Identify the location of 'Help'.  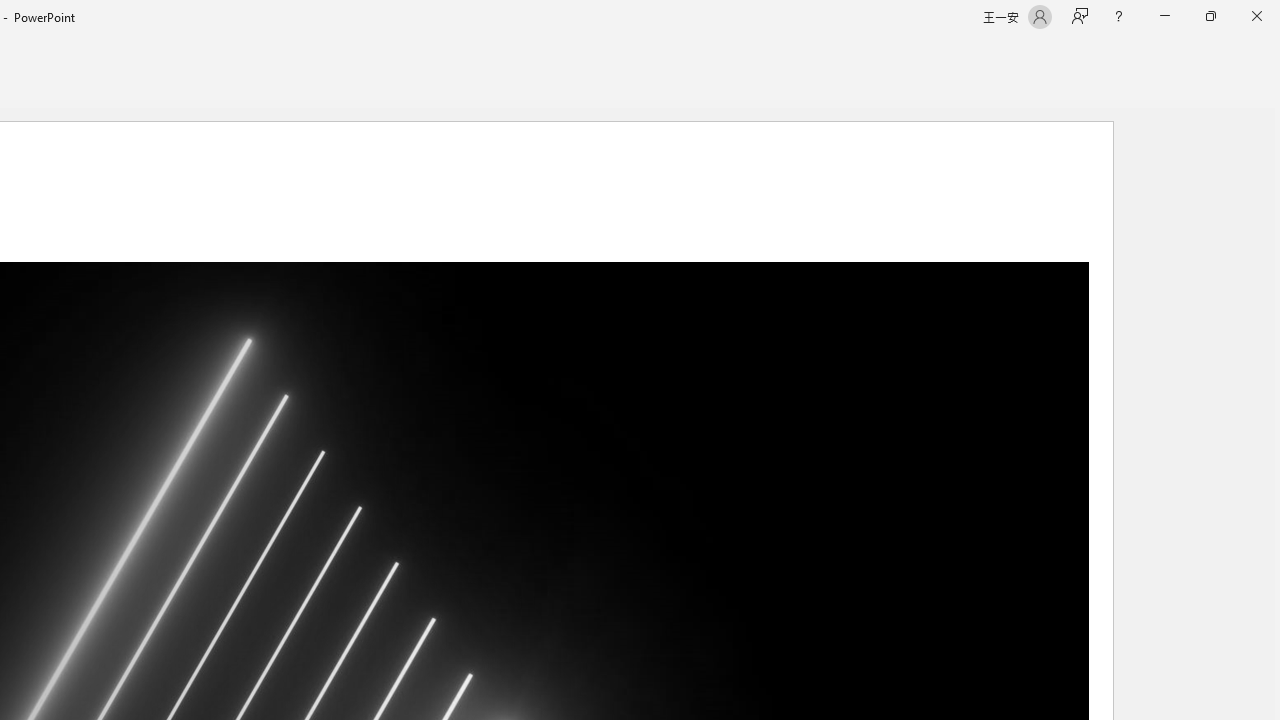
(1117, 16).